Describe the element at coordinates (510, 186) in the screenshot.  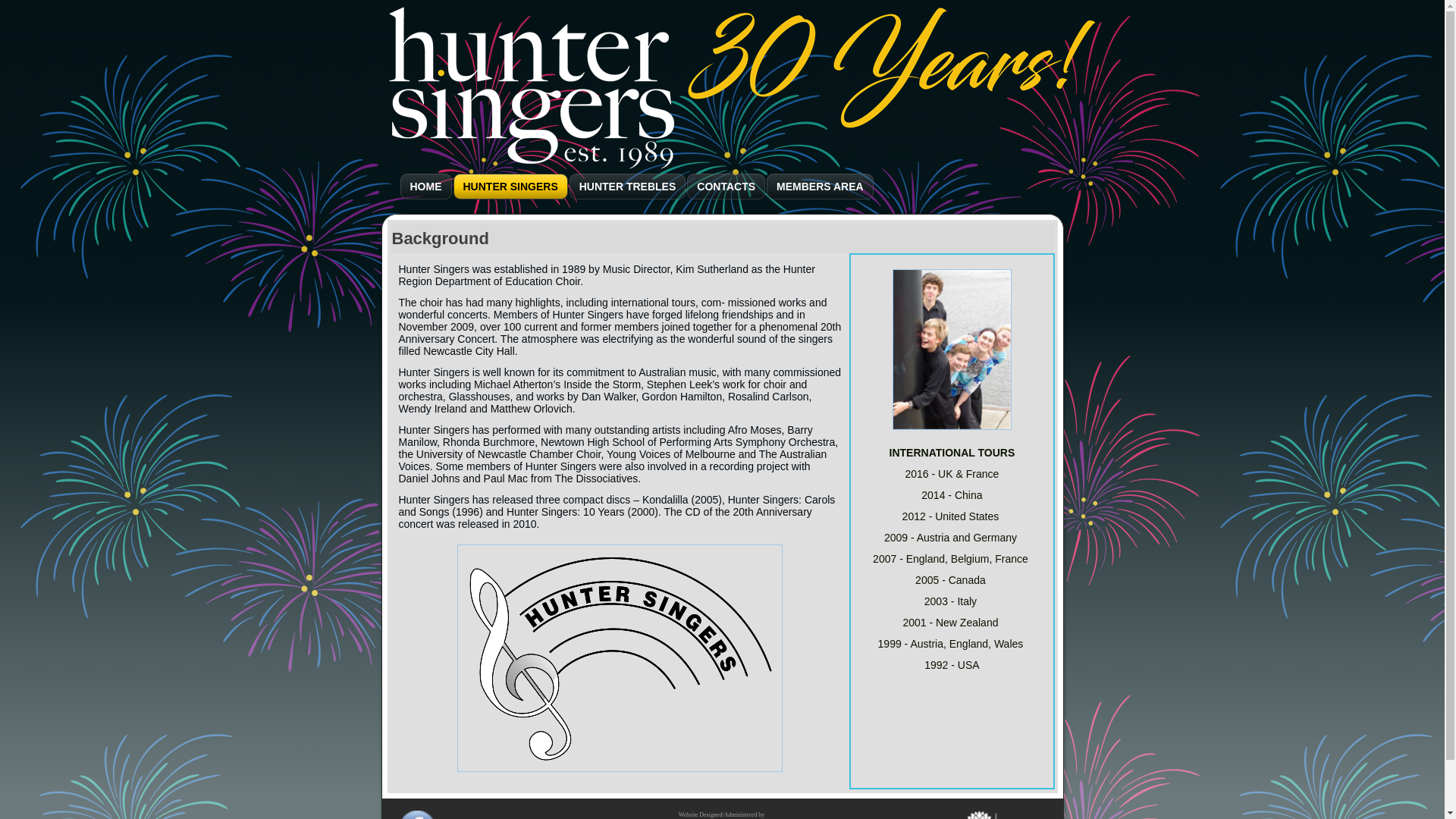
I see `'HUNTER SINGERS'` at that location.